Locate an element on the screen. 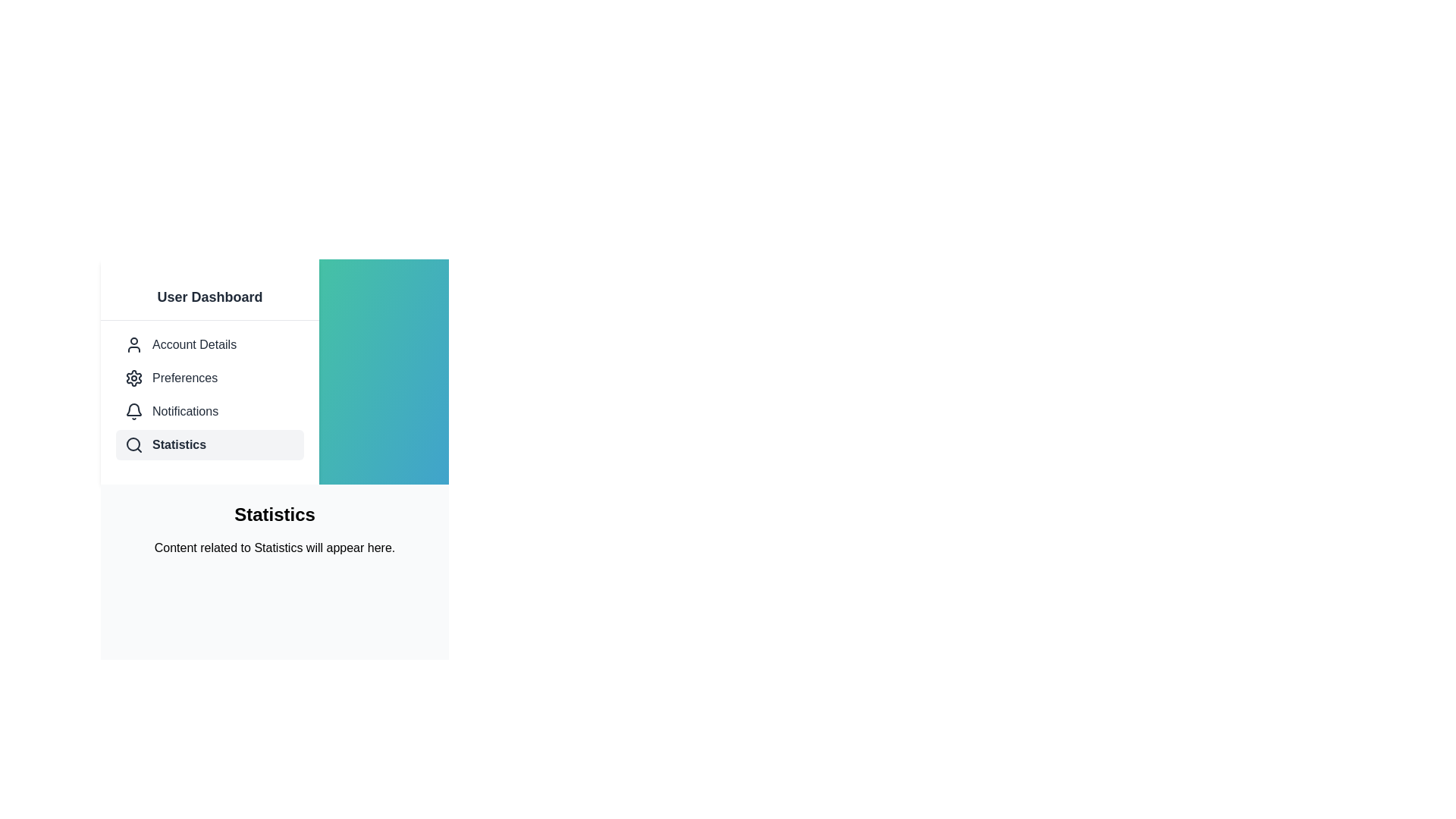 This screenshot has height=819, width=1456. the 'Preferences' button-like interactive list item, which features a gear icon and the text 'Preferences', positioned as the second item in the vertical navigation panel is located at coordinates (209, 377).